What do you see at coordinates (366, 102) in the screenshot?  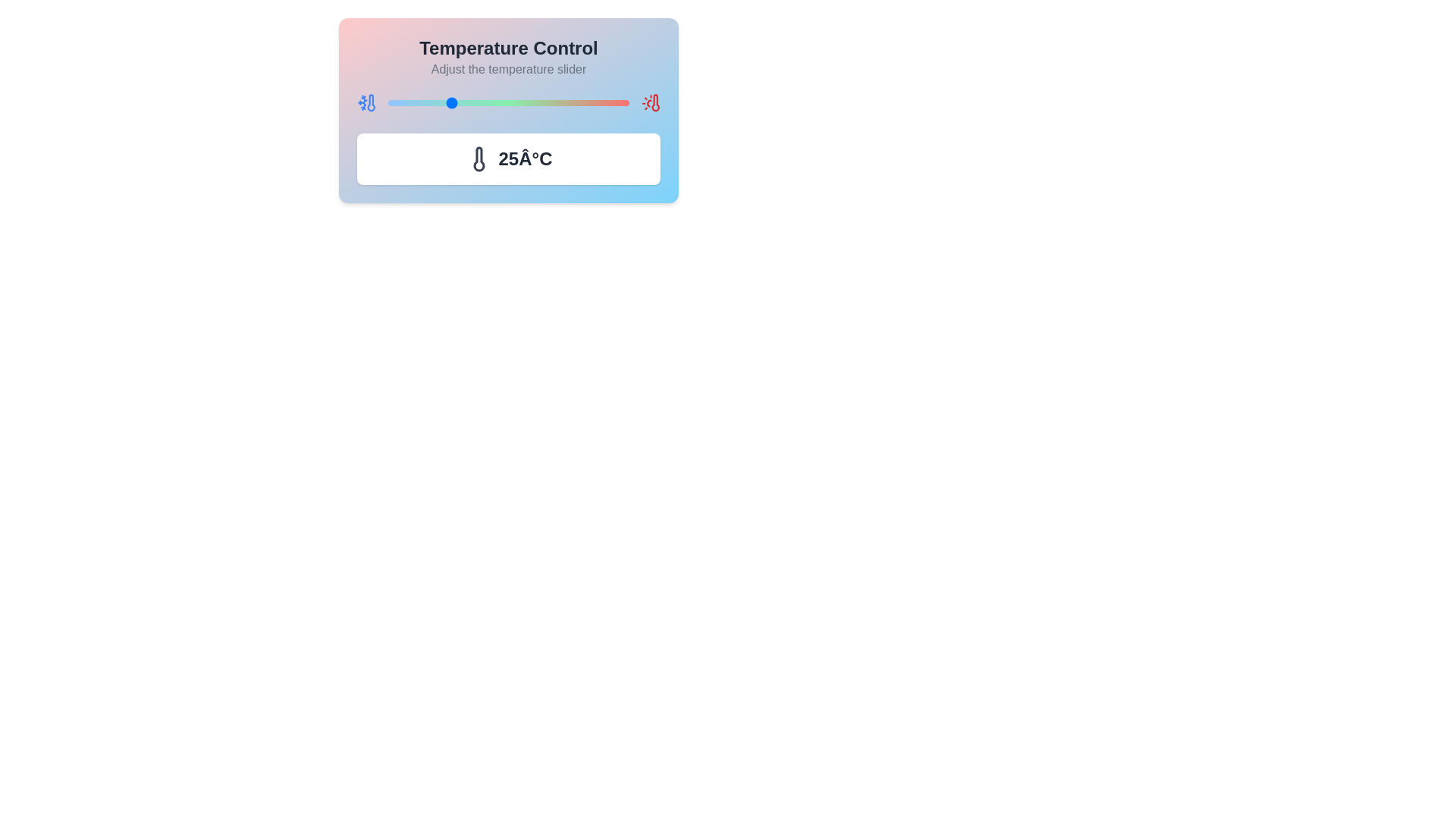 I see `the thermometer icon on the left side of the slider` at bounding box center [366, 102].